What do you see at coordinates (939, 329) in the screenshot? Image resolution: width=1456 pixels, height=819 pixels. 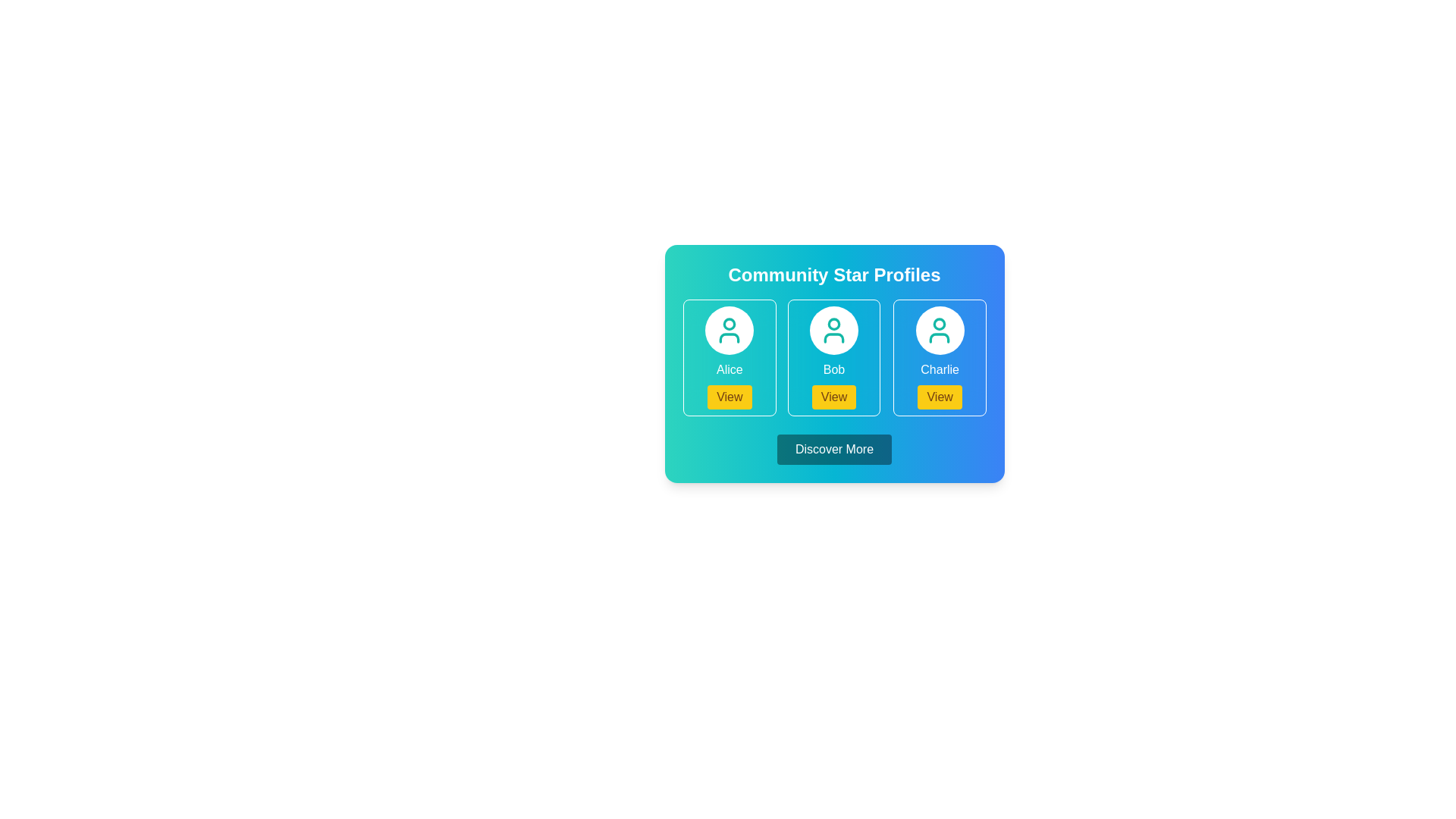 I see `Charlie's profile icon, which is the third profile icon in the row of three within the 'Community Star Profiles' section` at bounding box center [939, 329].